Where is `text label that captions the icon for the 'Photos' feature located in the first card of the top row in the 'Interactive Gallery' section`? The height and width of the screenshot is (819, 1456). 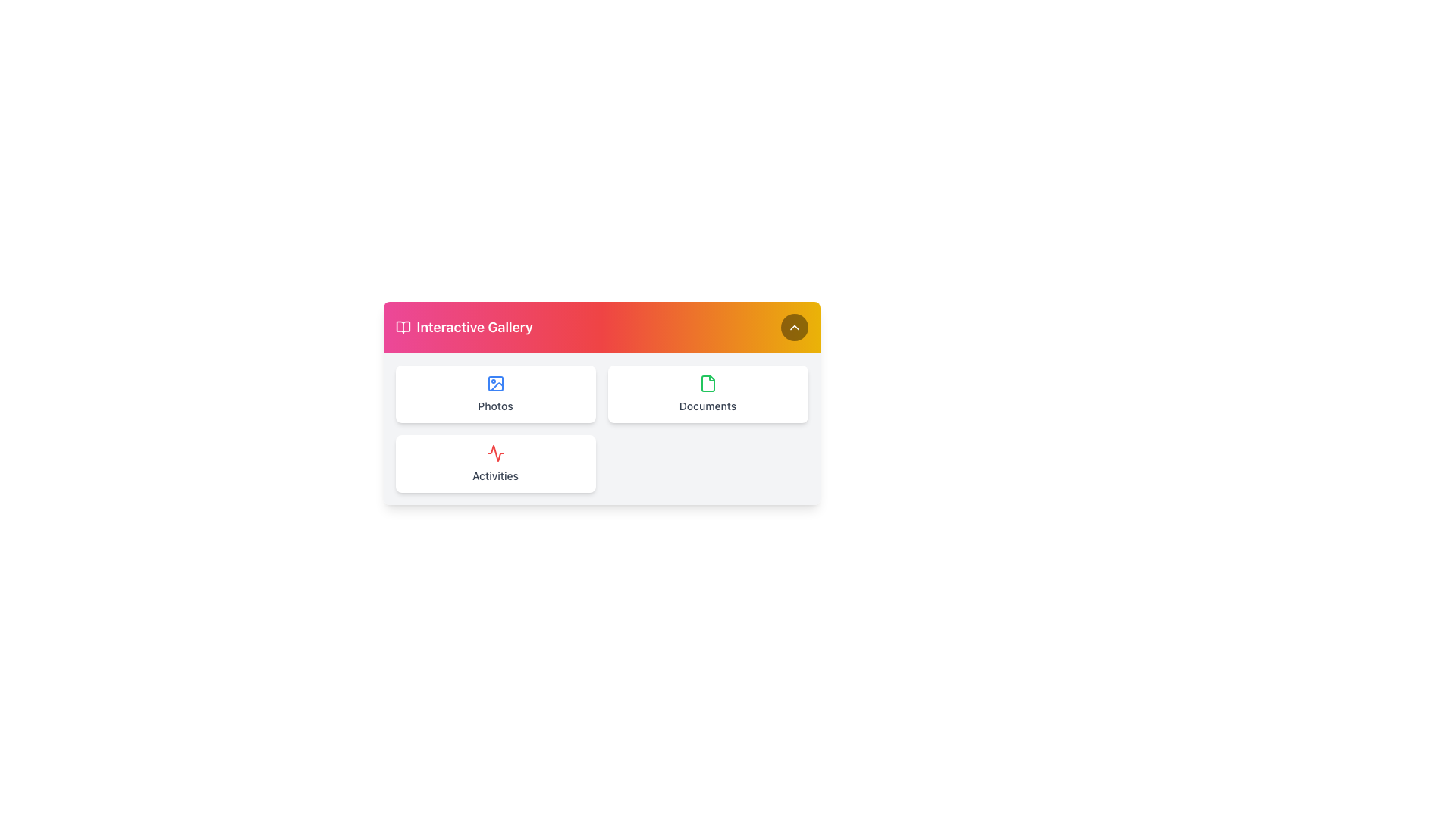 text label that captions the icon for the 'Photos' feature located in the first card of the top row in the 'Interactive Gallery' section is located at coordinates (495, 406).